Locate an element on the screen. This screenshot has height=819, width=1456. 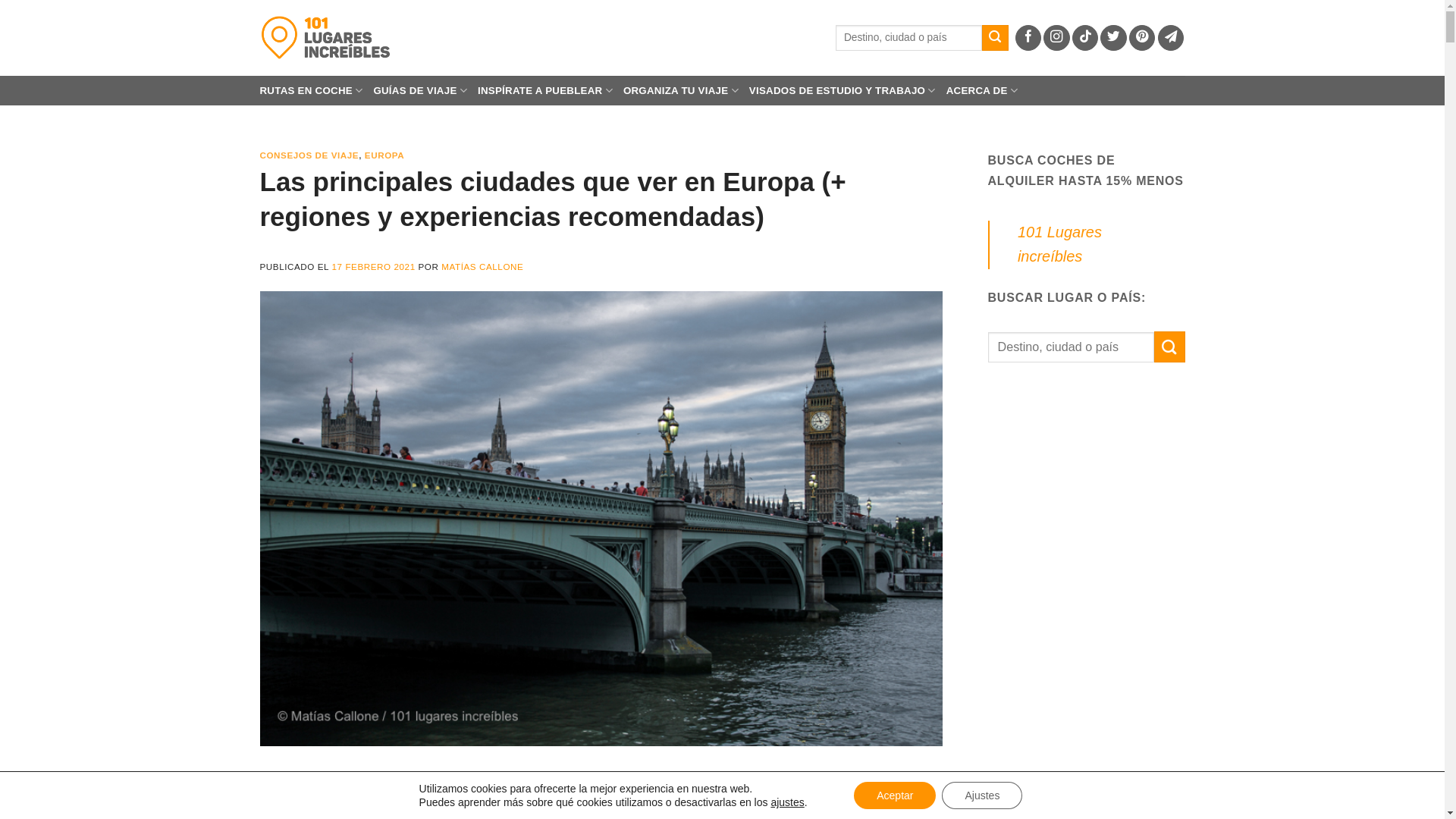
'Ajustes' is located at coordinates (982, 795).